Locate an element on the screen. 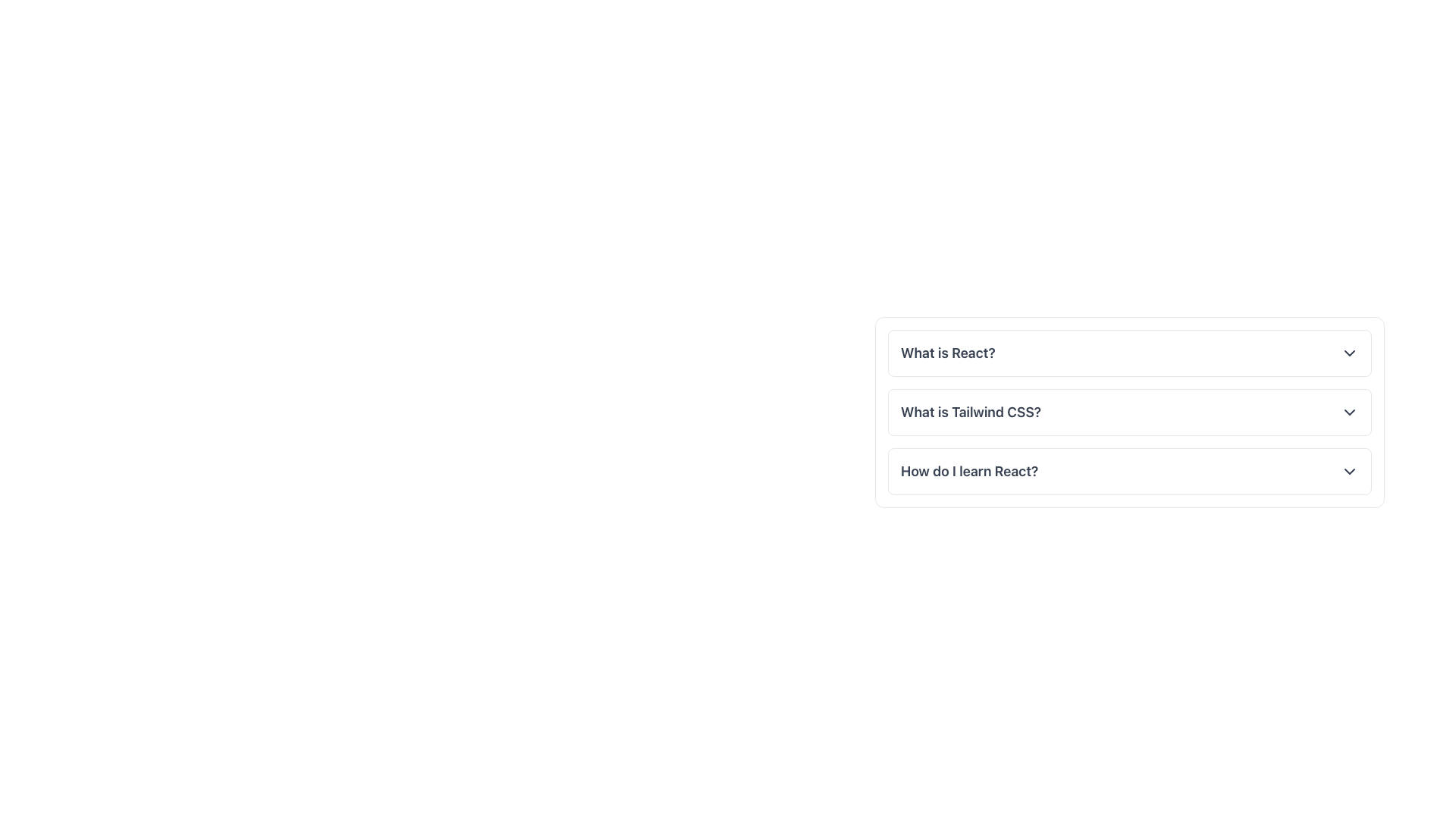  the chevron-down icon located at the far-right end of the list item labeled 'What is Tailwind CSS?' is located at coordinates (1350, 412).